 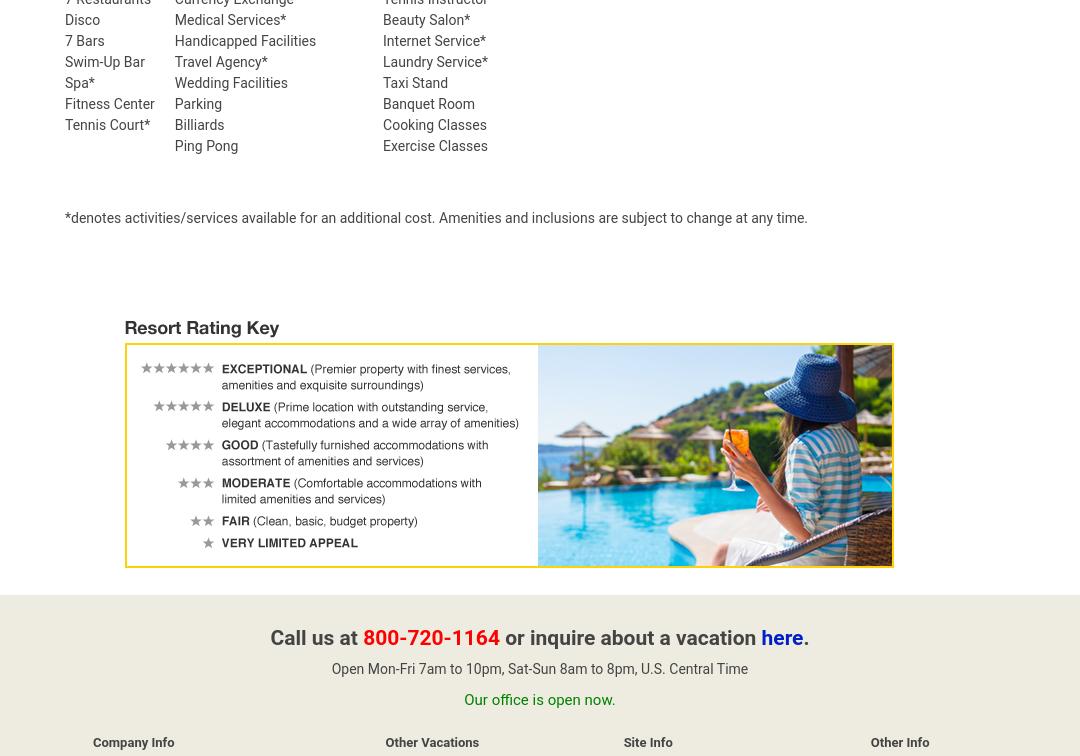 What do you see at coordinates (434, 61) in the screenshot?
I see `'Laundry Service*'` at bounding box center [434, 61].